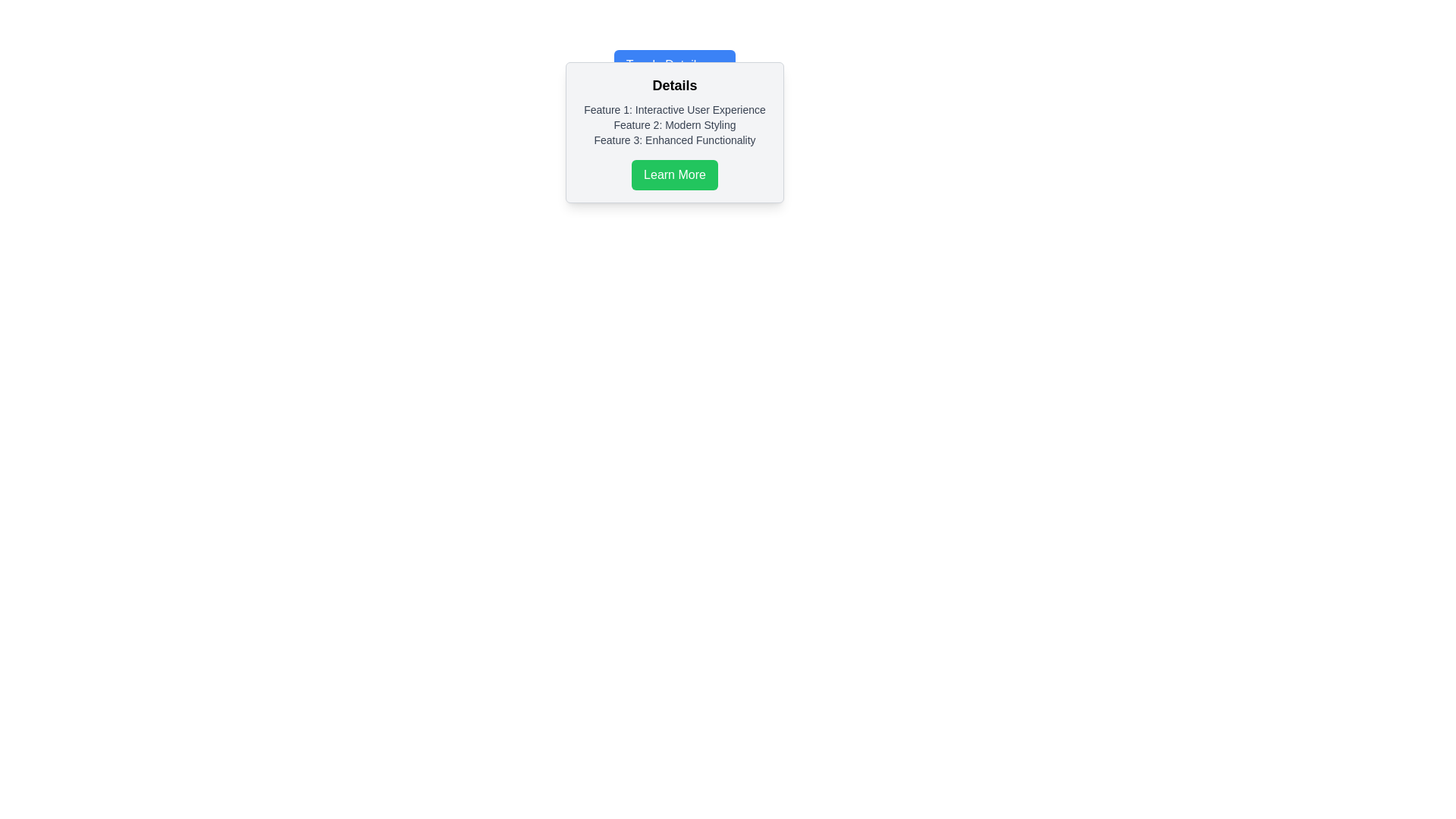 This screenshot has height=819, width=1456. What do you see at coordinates (673, 140) in the screenshot?
I see `the static text that communicates the third feature or benefit of a product, located within a modal dialog, below 'Feature 1: Interactive User Experience' and 'Feature 2: Modern Styling'` at bounding box center [673, 140].